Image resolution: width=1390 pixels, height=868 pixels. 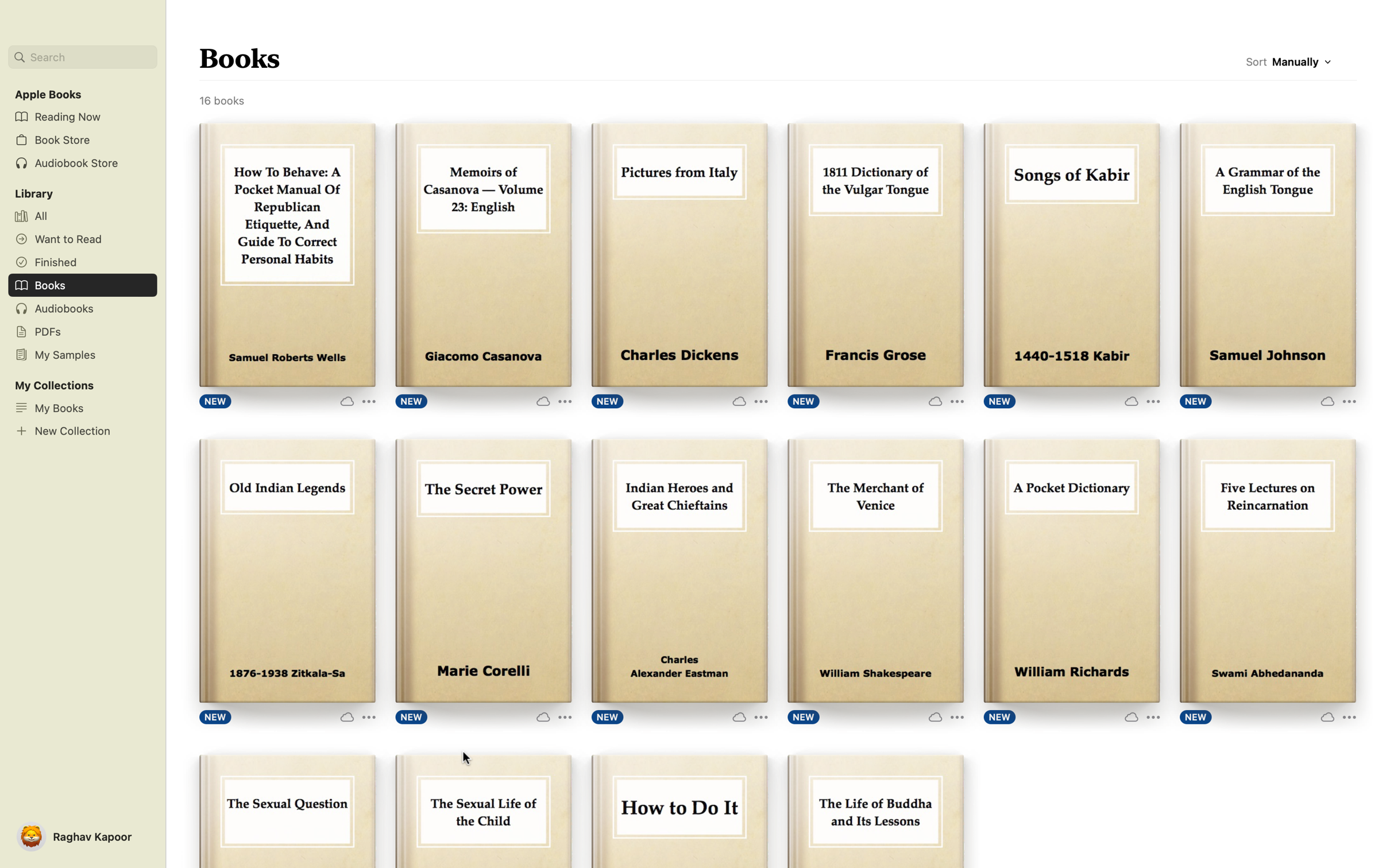 I want to click on Click the three dots to know more about the book "The Secret Power, so click(x=553, y=715).